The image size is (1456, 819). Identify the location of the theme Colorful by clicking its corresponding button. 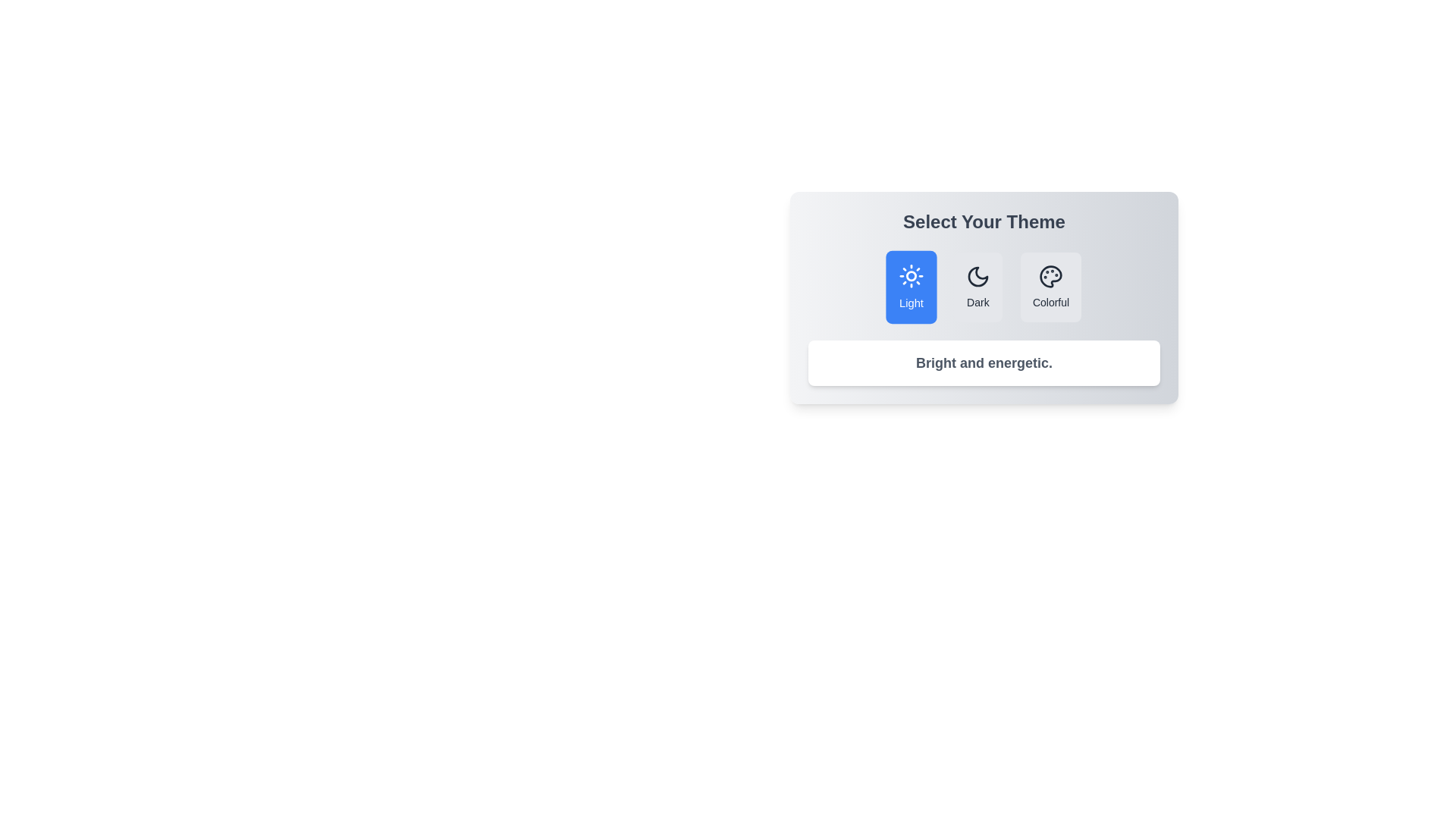
(1050, 287).